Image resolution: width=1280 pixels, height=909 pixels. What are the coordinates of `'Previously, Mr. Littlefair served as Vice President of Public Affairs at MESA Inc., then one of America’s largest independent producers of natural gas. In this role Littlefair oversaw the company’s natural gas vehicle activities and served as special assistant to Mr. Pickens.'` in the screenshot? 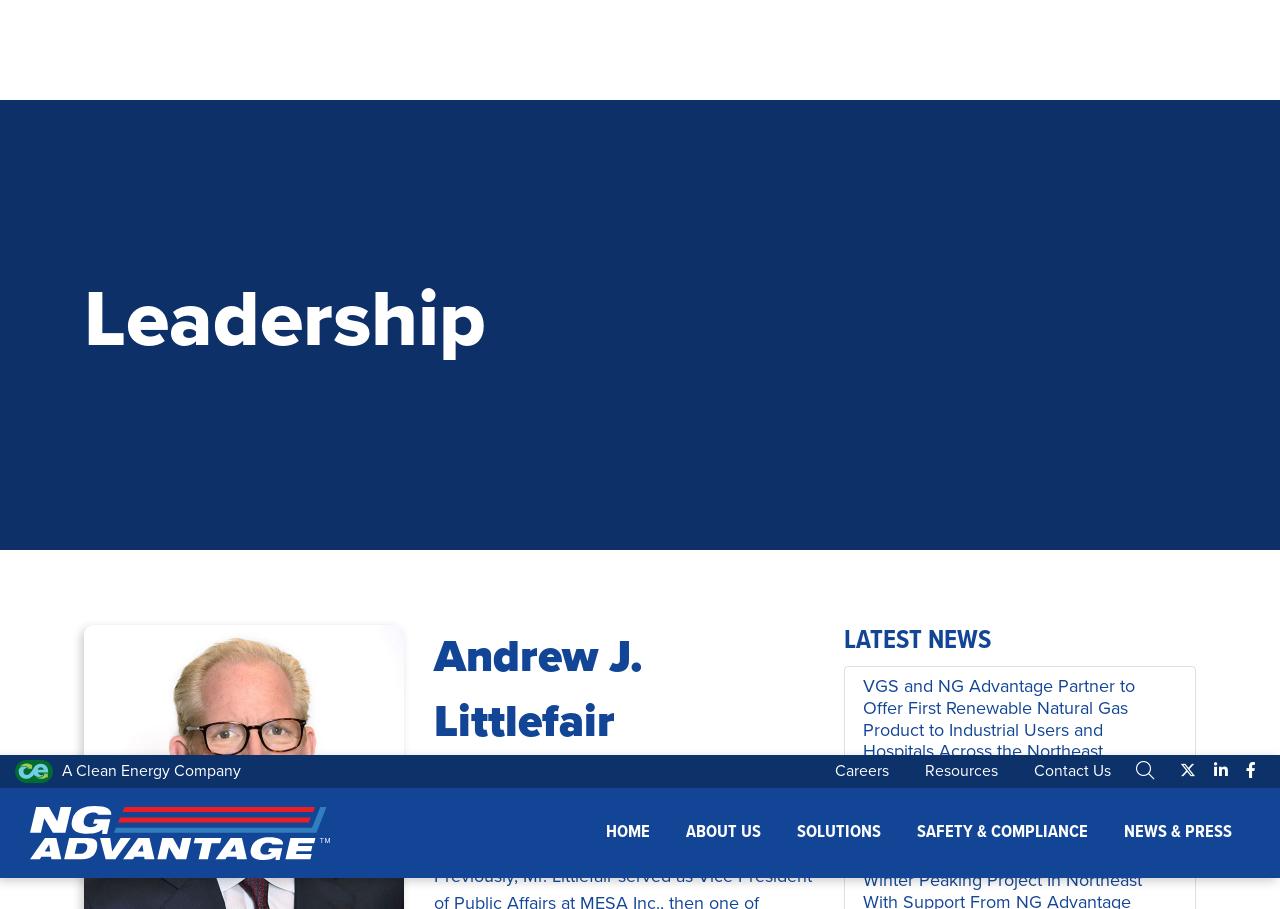 It's located at (445, 154).